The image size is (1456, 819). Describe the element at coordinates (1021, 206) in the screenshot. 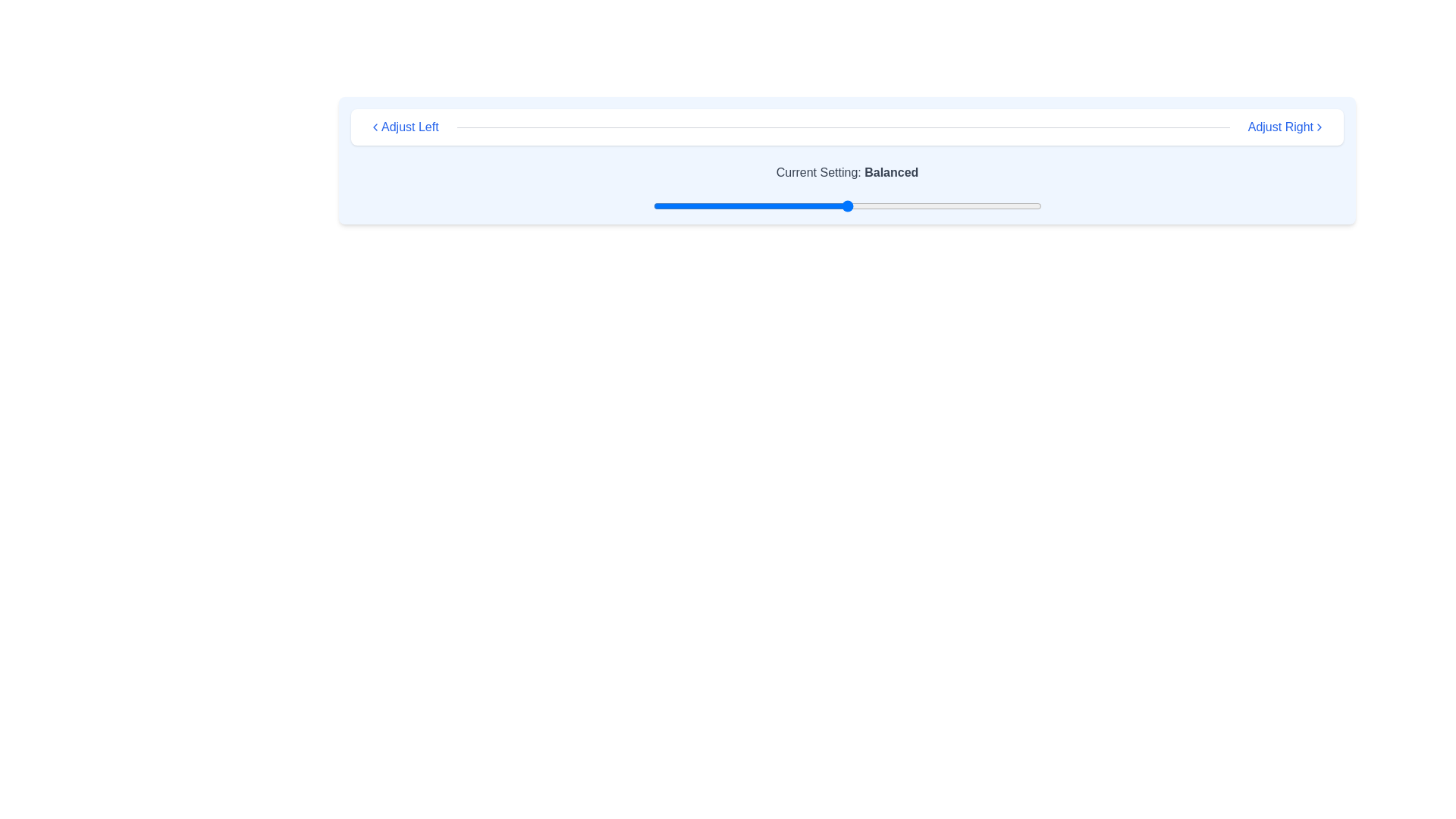

I see `the slider` at that location.